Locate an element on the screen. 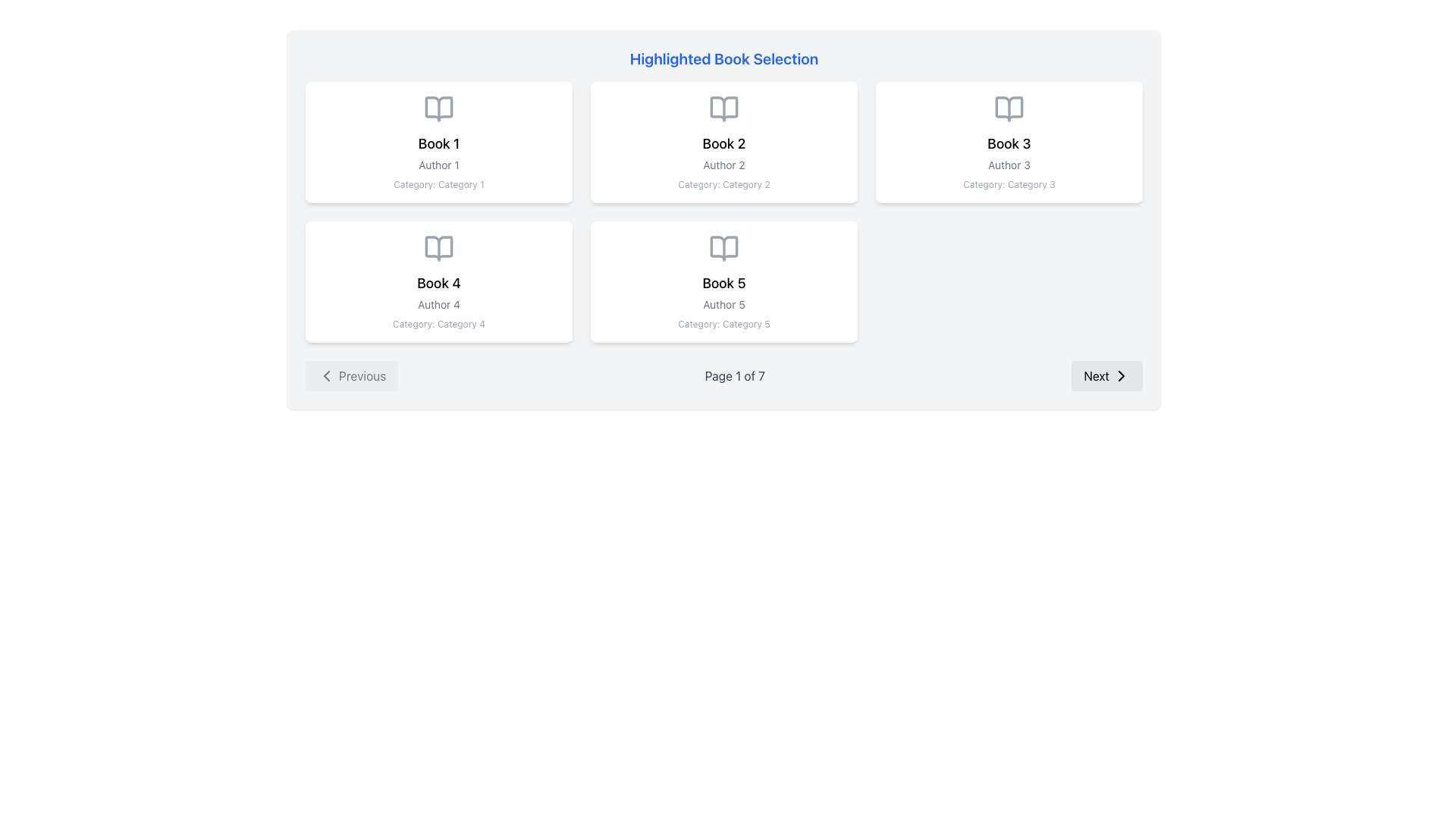 The width and height of the screenshot is (1456, 819). the text label reading 'Author 5' which is styled with small-sized text and is located within the card labeled 'Book 5' is located at coordinates (723, 304).